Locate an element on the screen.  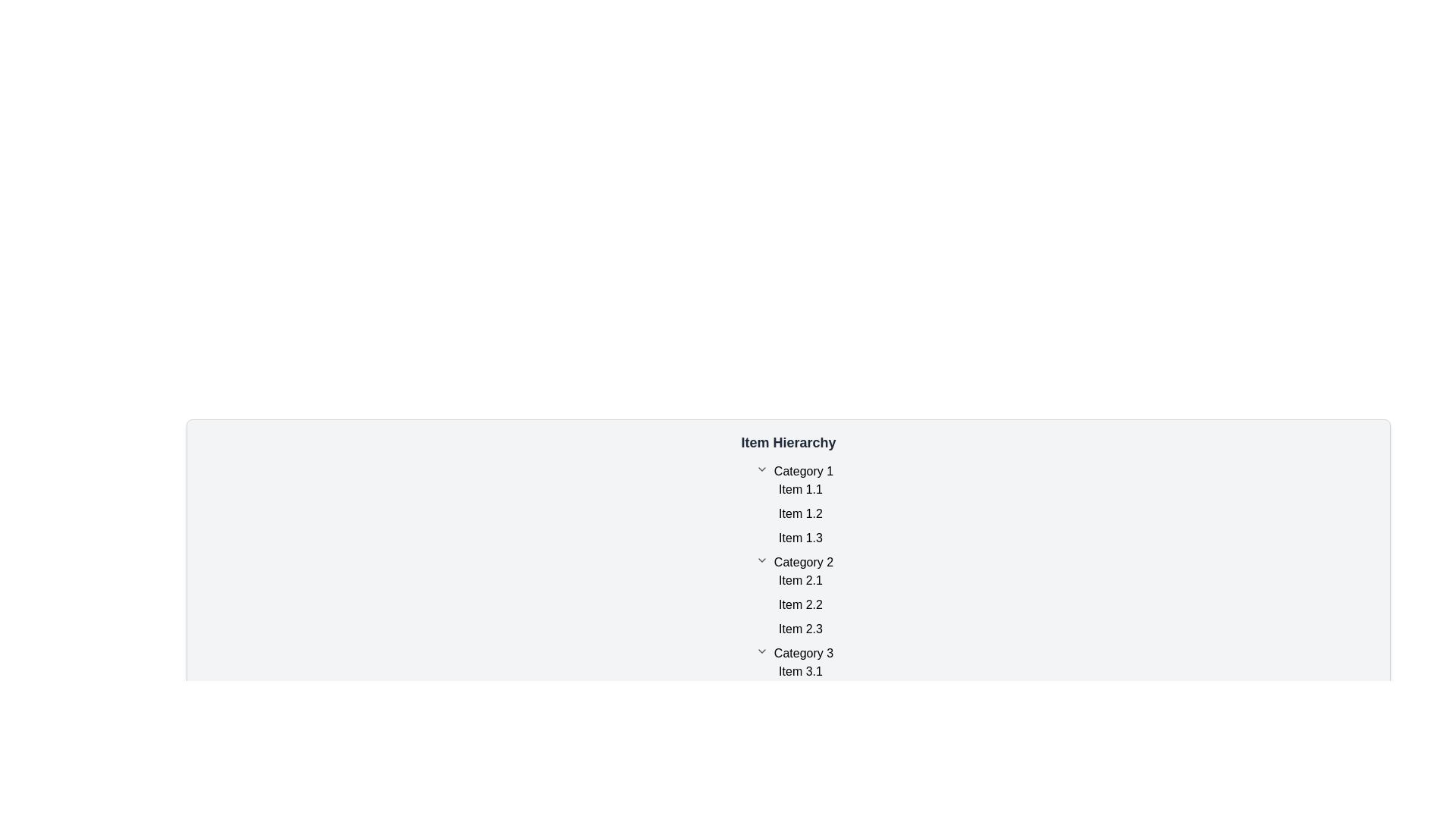
the text label displaying 'Item 1.1' in black font is located at coordinates (800, 488).